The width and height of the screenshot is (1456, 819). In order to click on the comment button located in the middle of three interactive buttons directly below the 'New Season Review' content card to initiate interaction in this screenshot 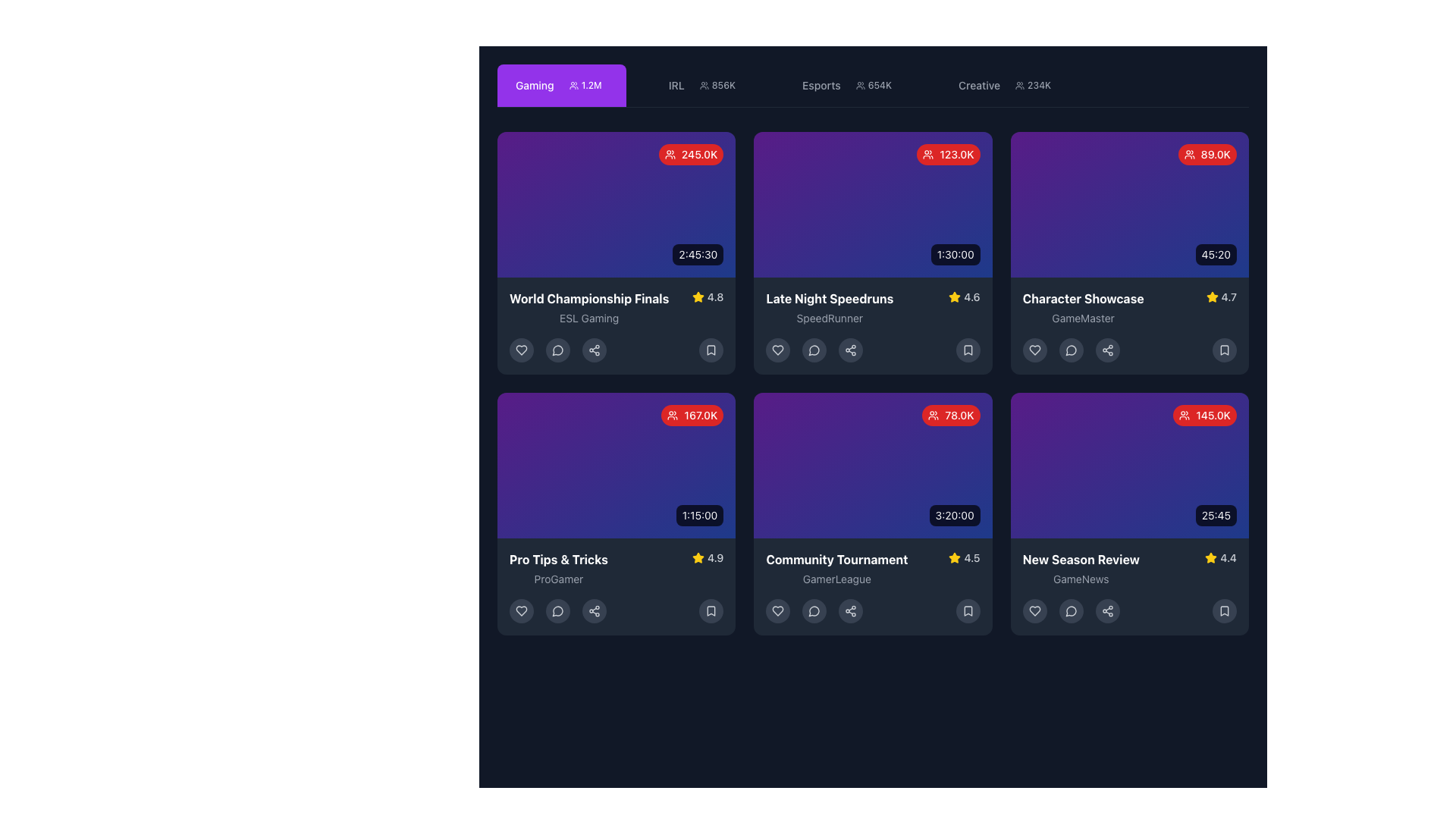, I will do `click(1070, 610)`.